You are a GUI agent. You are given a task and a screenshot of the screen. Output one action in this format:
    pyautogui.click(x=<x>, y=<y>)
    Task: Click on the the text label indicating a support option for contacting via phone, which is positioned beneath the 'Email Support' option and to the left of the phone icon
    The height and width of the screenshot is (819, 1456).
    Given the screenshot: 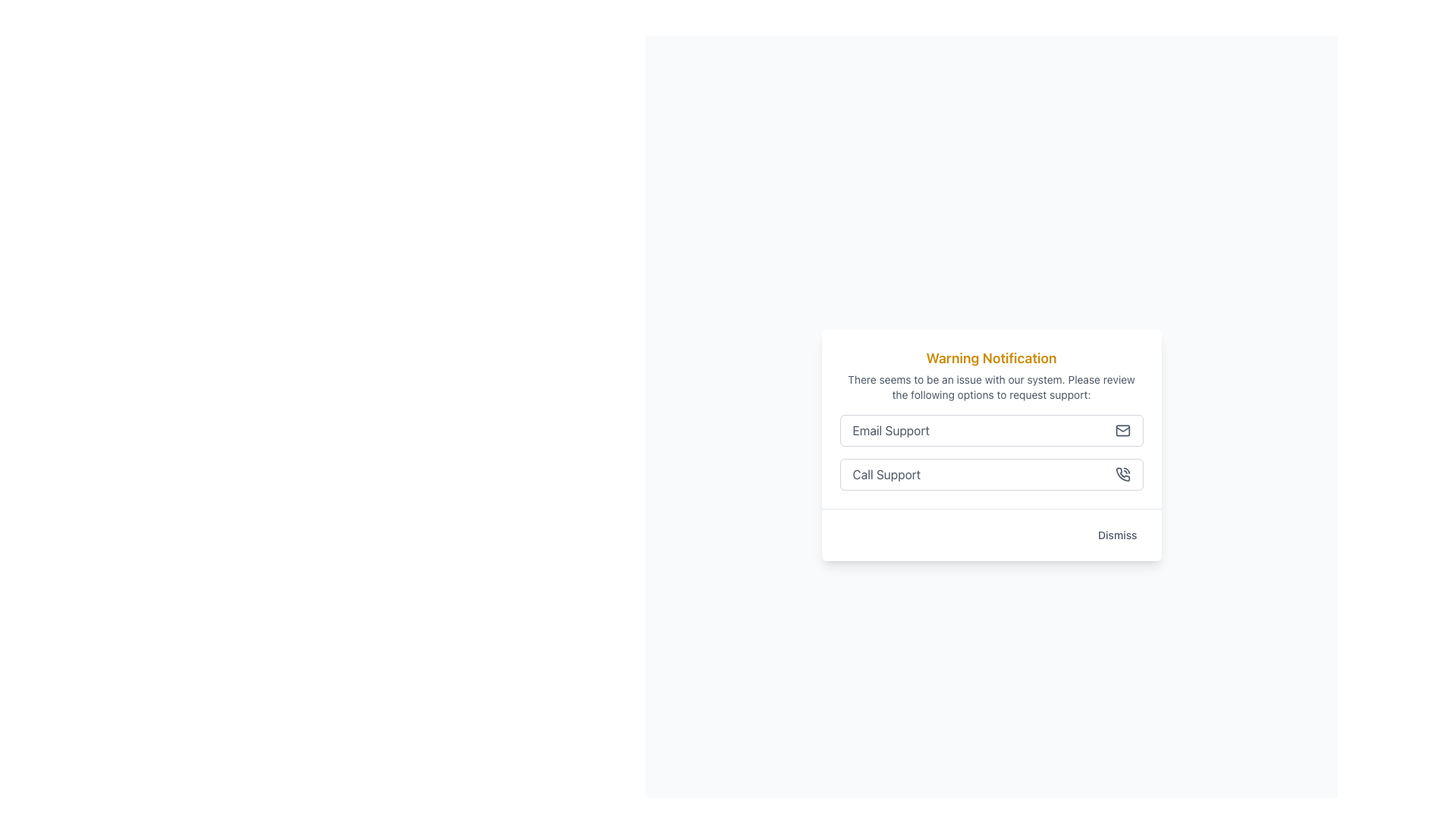 What is the action you would take?
    pyautogui.click(x=886, y=473)
    